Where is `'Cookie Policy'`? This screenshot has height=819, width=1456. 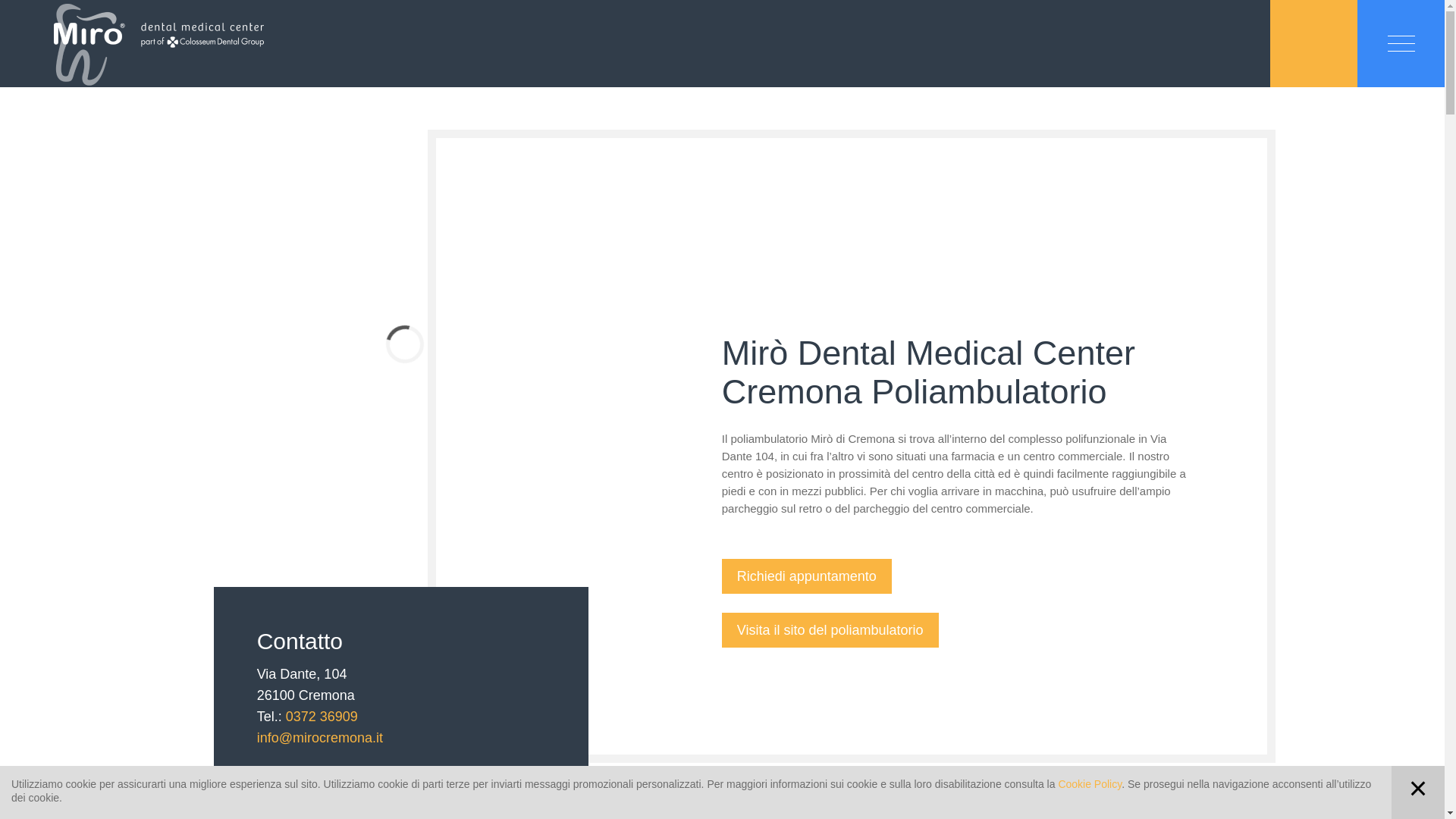
'Cookie Policy' is located at coordinates (1088, 783).